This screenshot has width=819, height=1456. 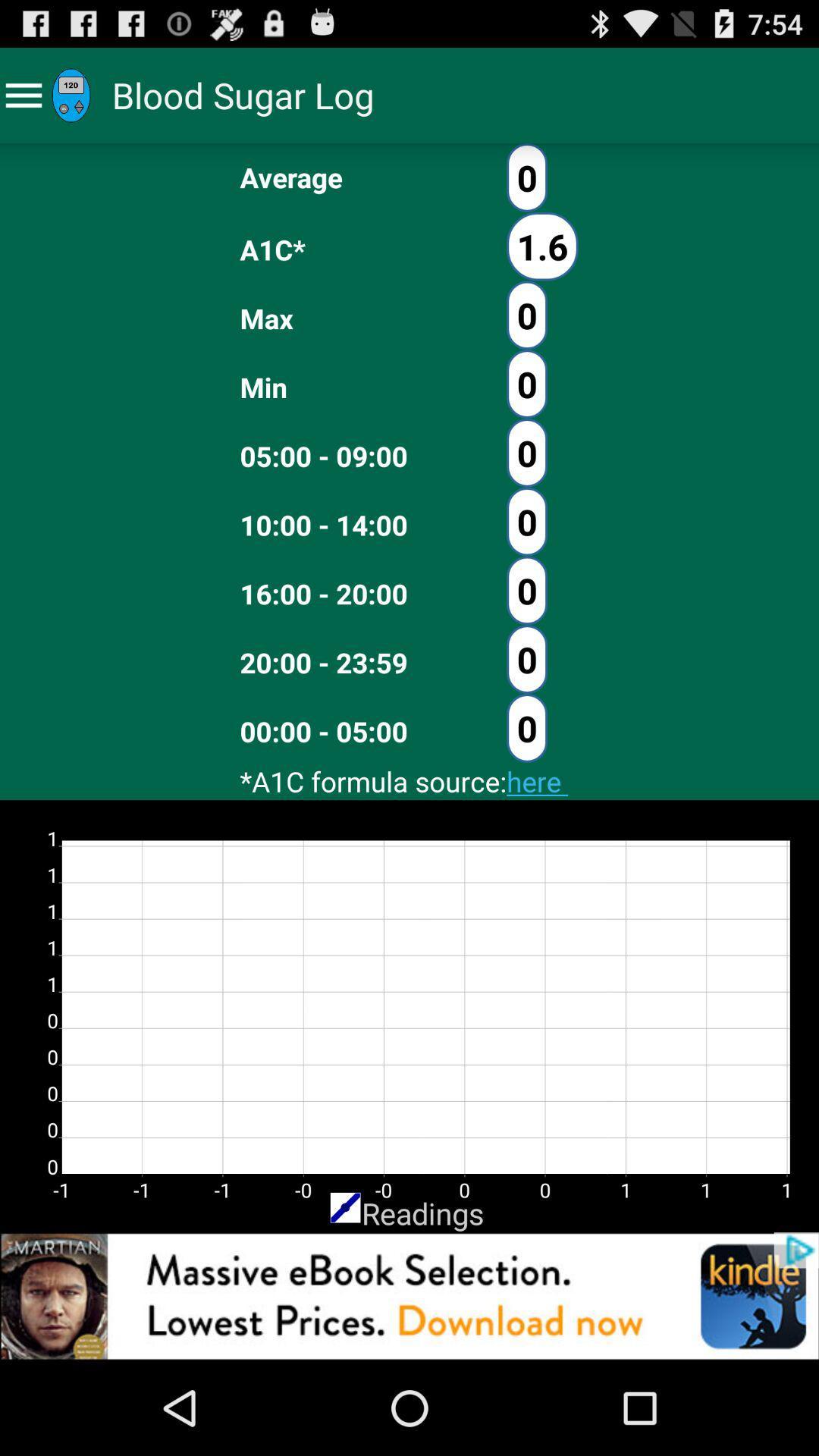 I want to click on the button which is next to the max, so click(x=526, y=315).